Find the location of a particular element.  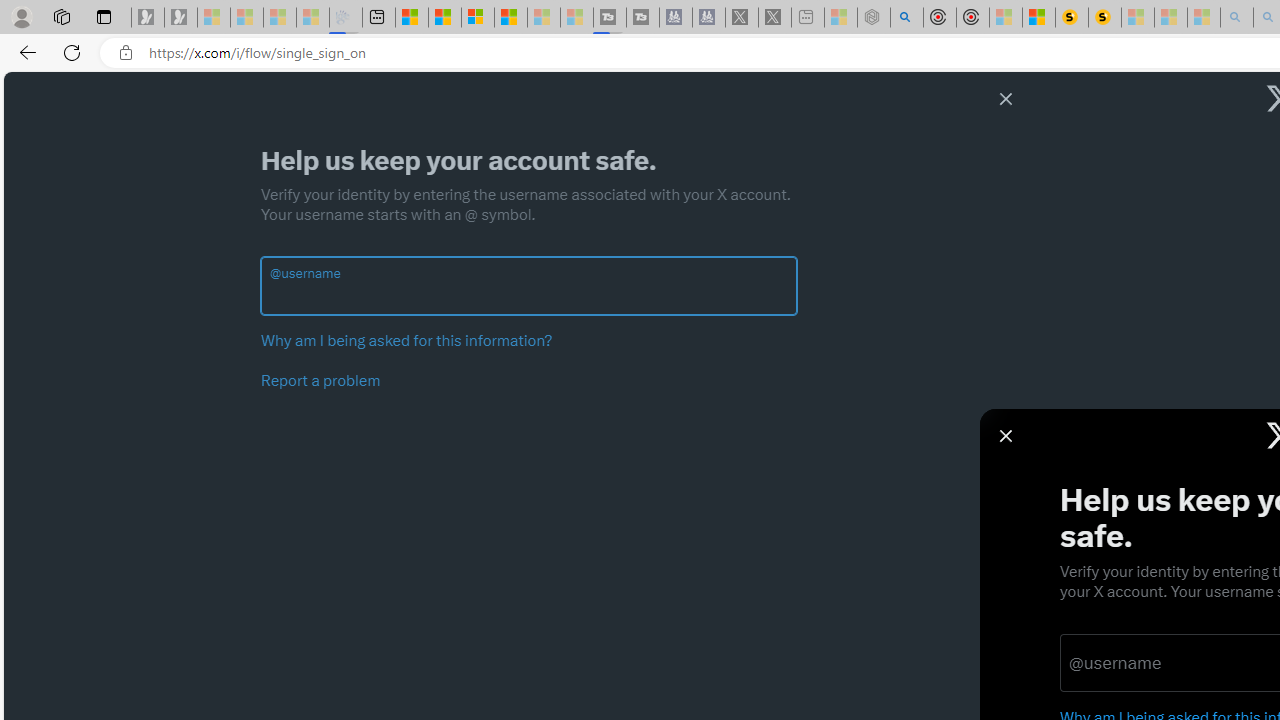

'Report a problem' is located at coordinates (321, 381).